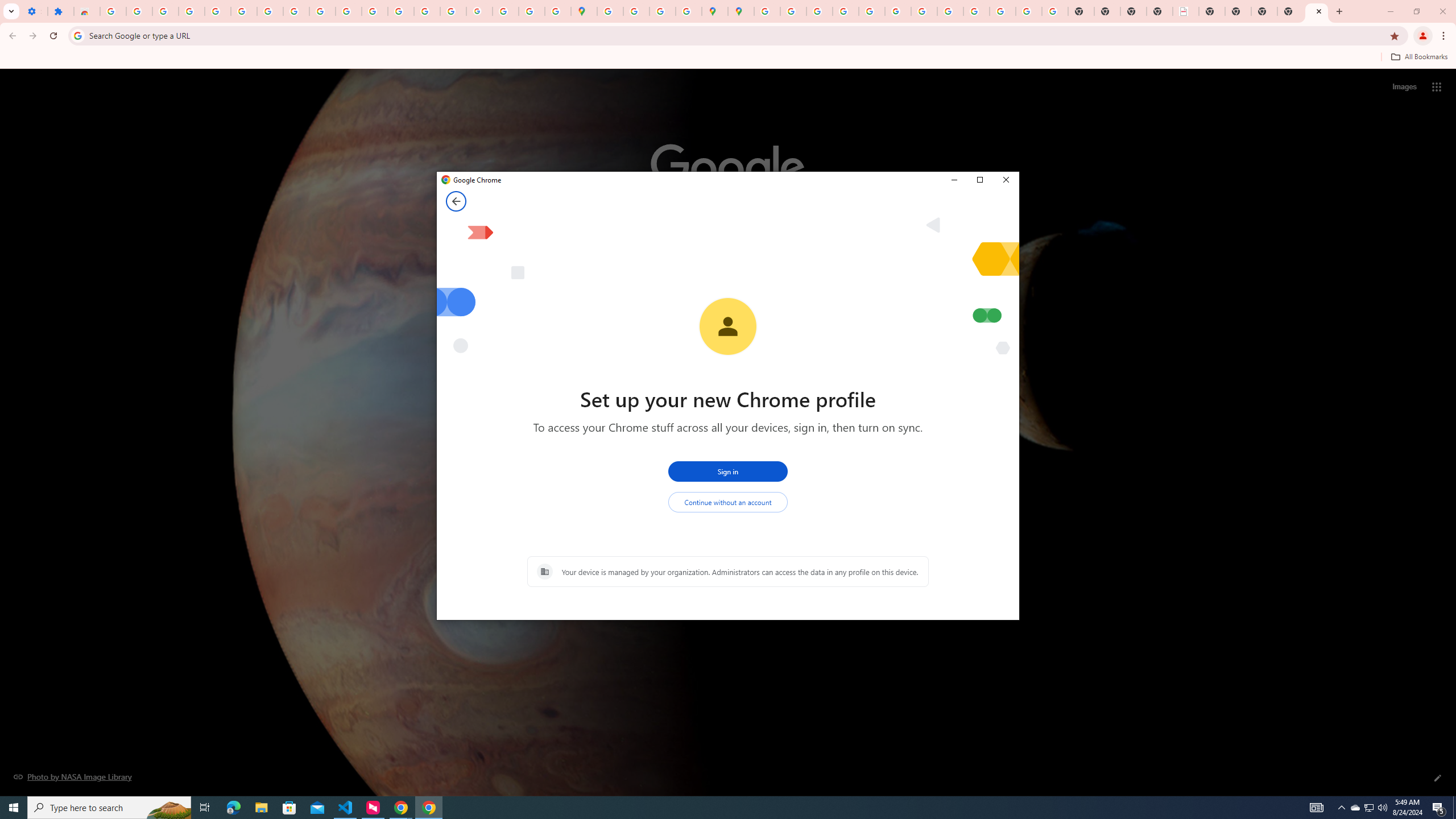  I want to click on 'Search highlights icon opens search home window', so click(167, 806).